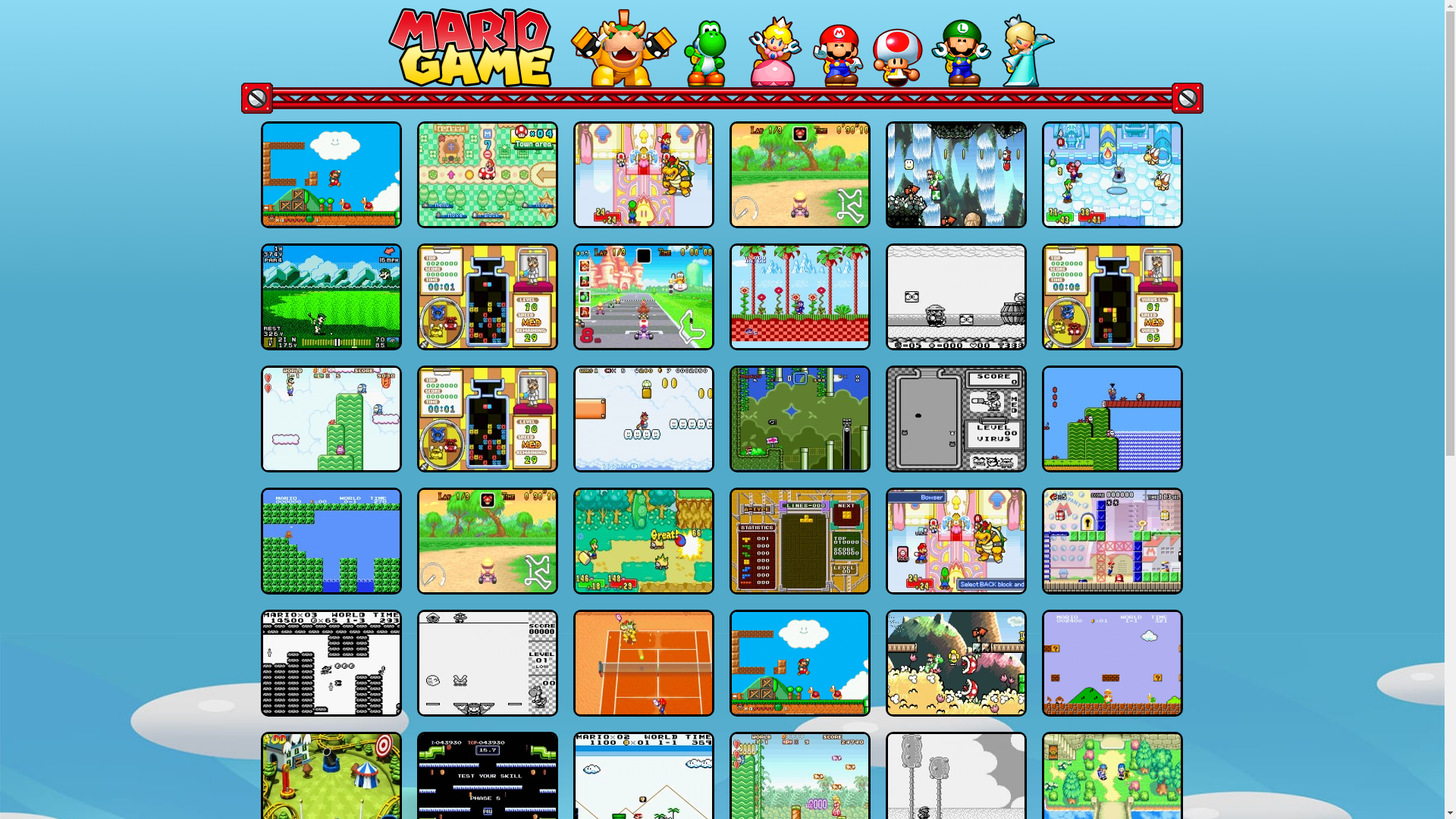 The width and height of the screenshot is (1456, 819). Describe the element at coordinates (799, 538) in the screenshot. I see `'Tetris and Dr.Mario'` at that location.